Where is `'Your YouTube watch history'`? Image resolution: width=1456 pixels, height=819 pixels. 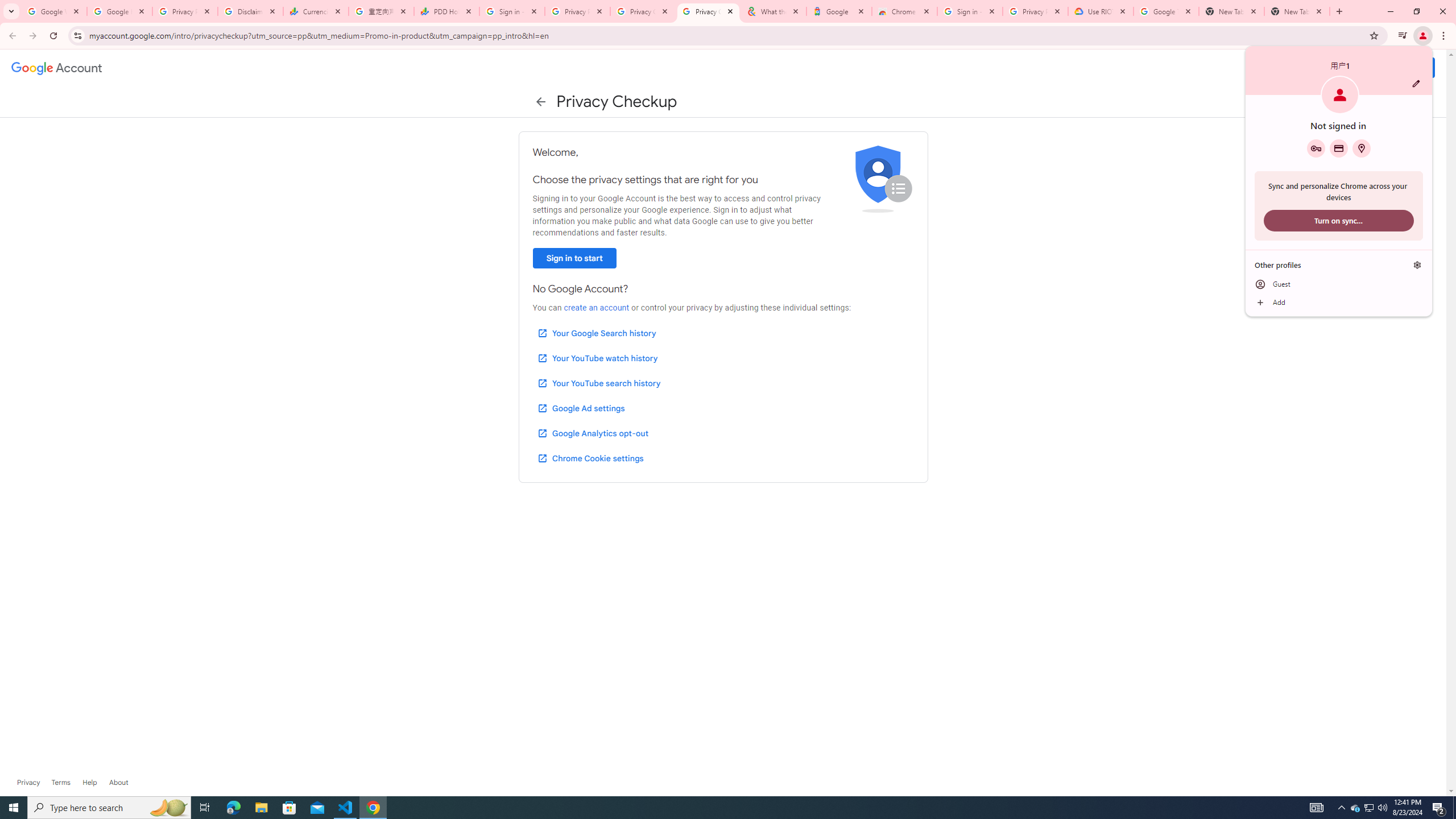 'Your YouTube watch history' is located at coordinates (597, 358).